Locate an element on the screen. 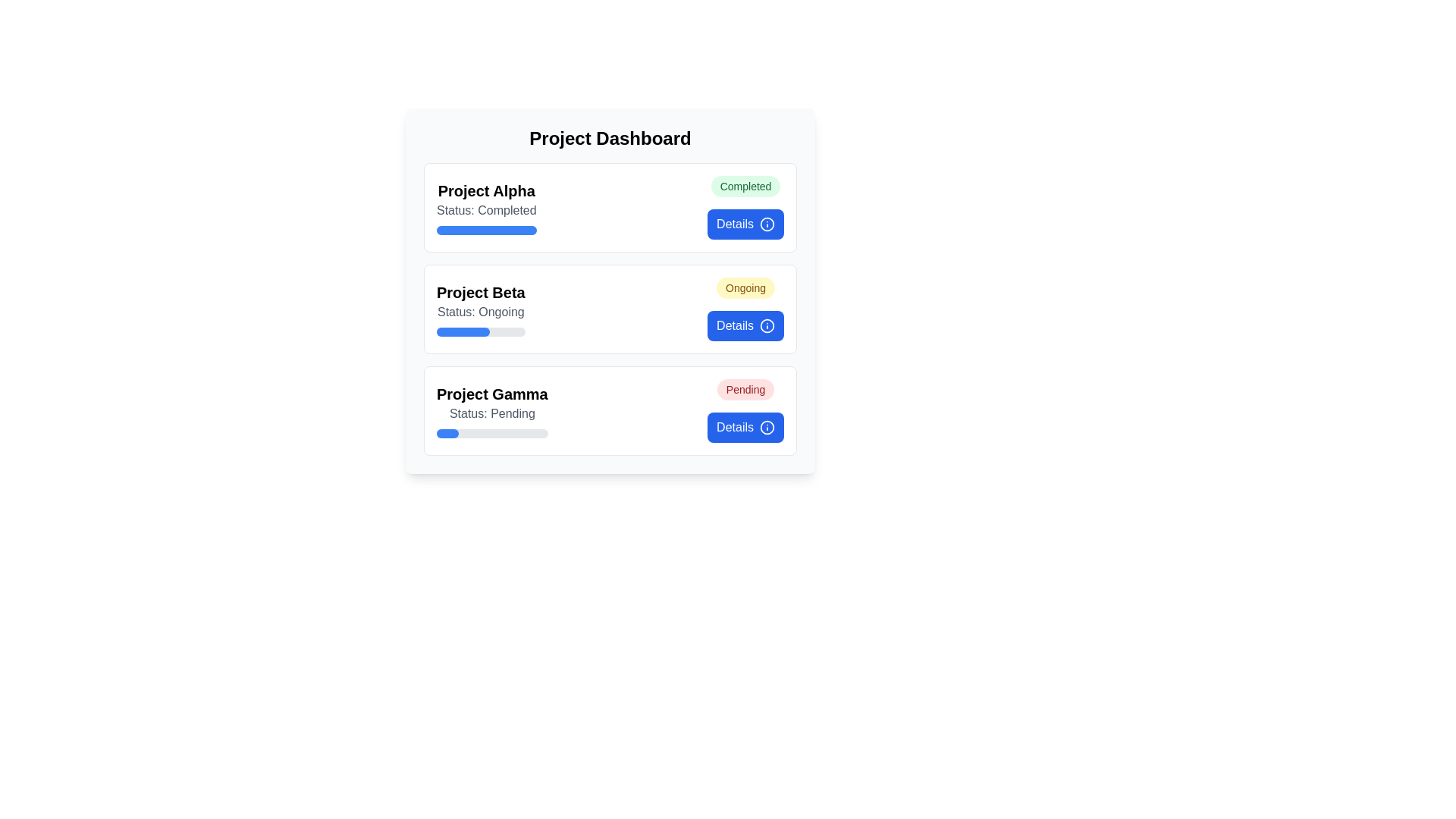 The image size is (1456, 819). the second 'Details' button in the vertical list of project statuses to observe the hover effects is located at coordinates (745, 325).